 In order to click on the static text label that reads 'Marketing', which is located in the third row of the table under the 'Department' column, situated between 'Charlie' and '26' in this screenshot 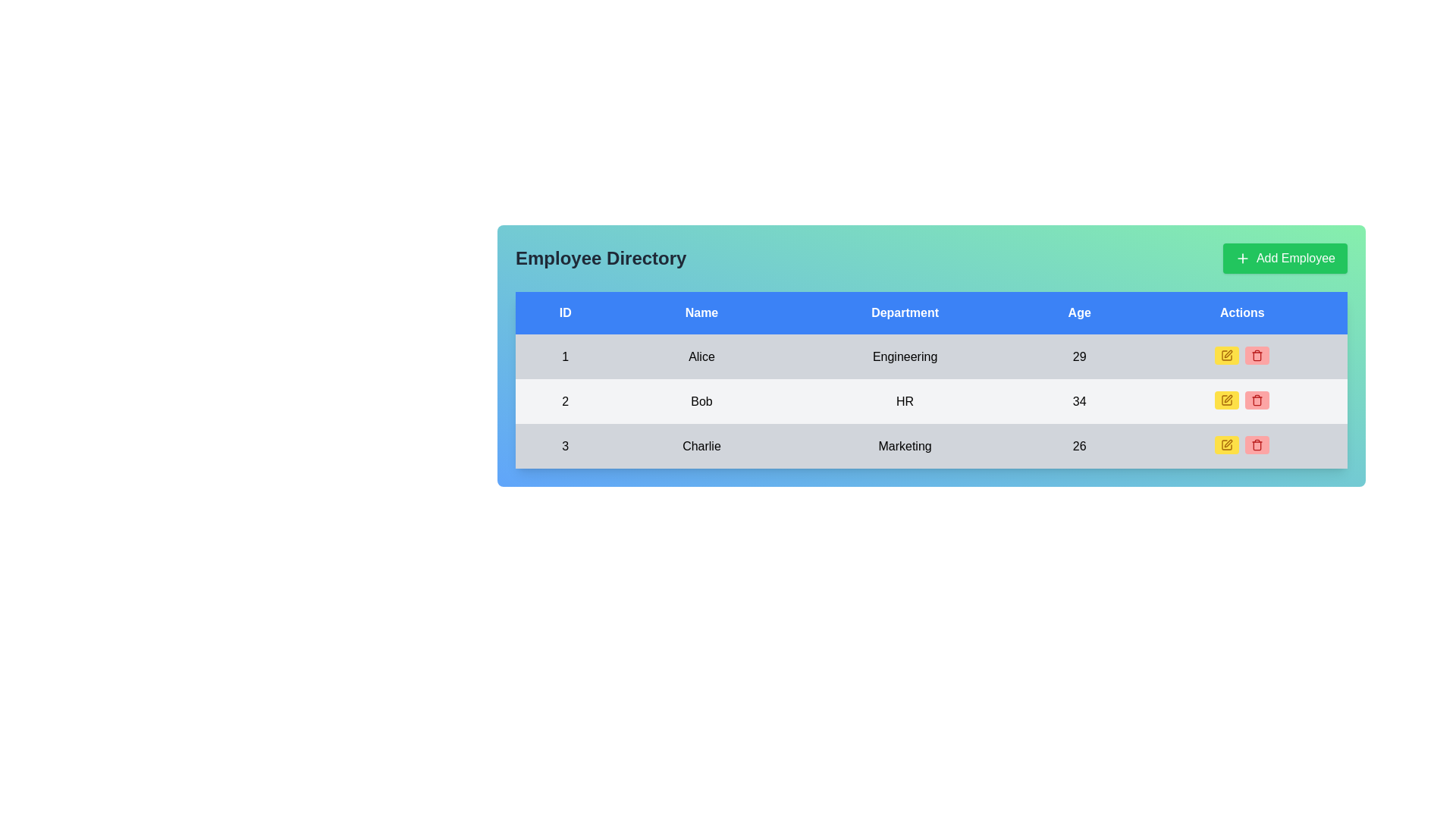, I will do `click(905, 445)`.